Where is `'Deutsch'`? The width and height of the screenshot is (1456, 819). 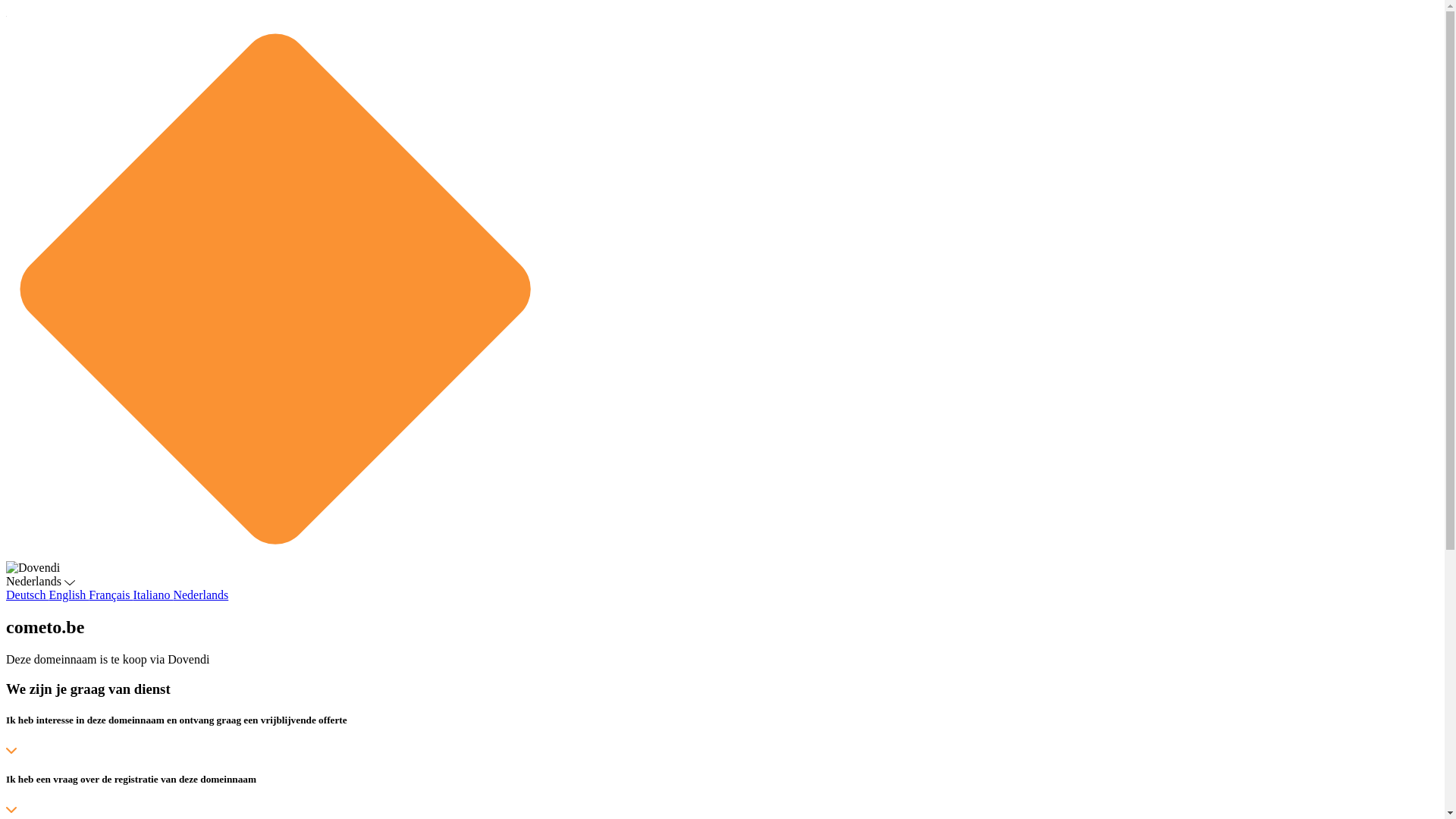 'Deutsch' is located at coordinates (27, 594).